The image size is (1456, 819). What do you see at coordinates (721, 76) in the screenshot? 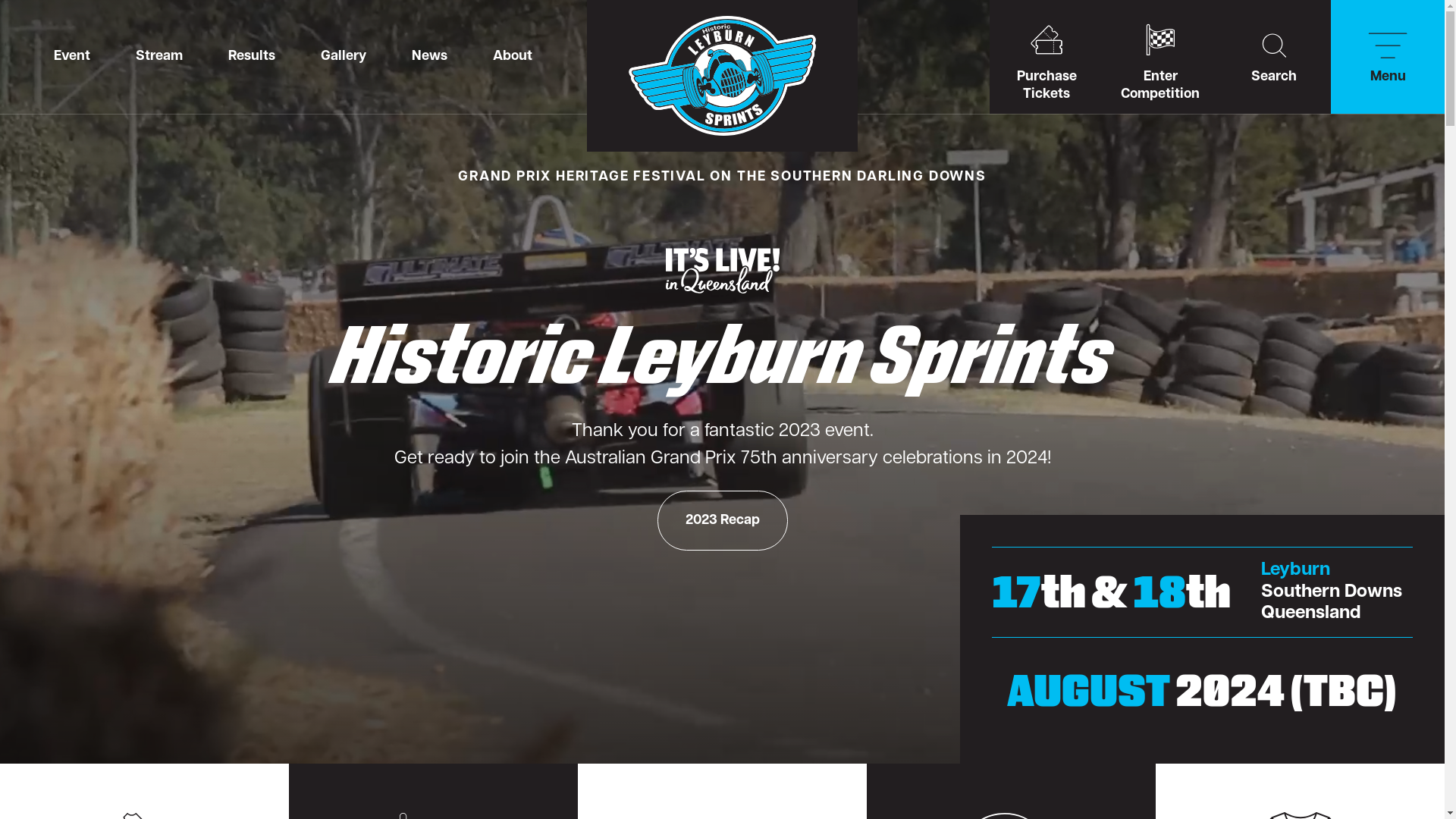
I see `'Leyburn Sprints'` at bounding box center [721, 76].